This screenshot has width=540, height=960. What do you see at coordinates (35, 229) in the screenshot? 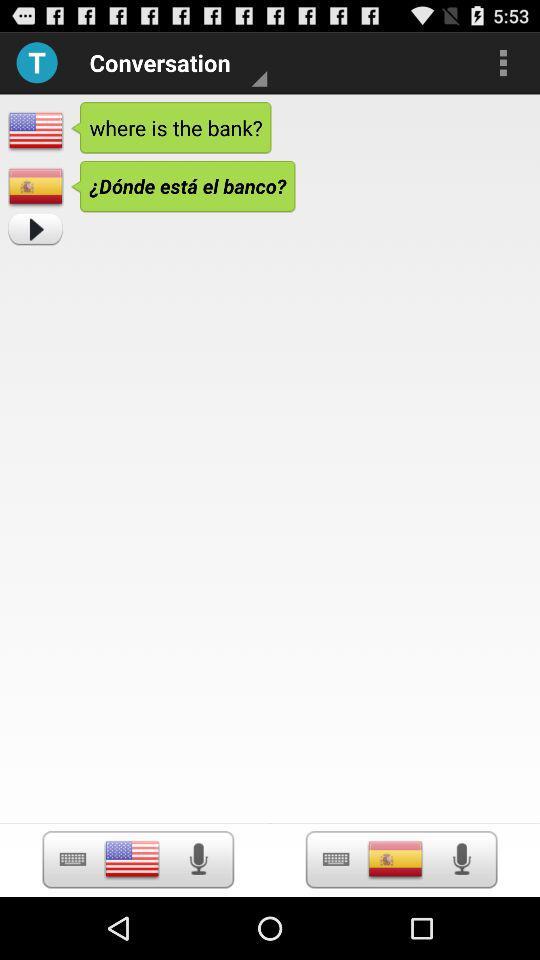
I see `go forward` at bounding box center [35, 229].